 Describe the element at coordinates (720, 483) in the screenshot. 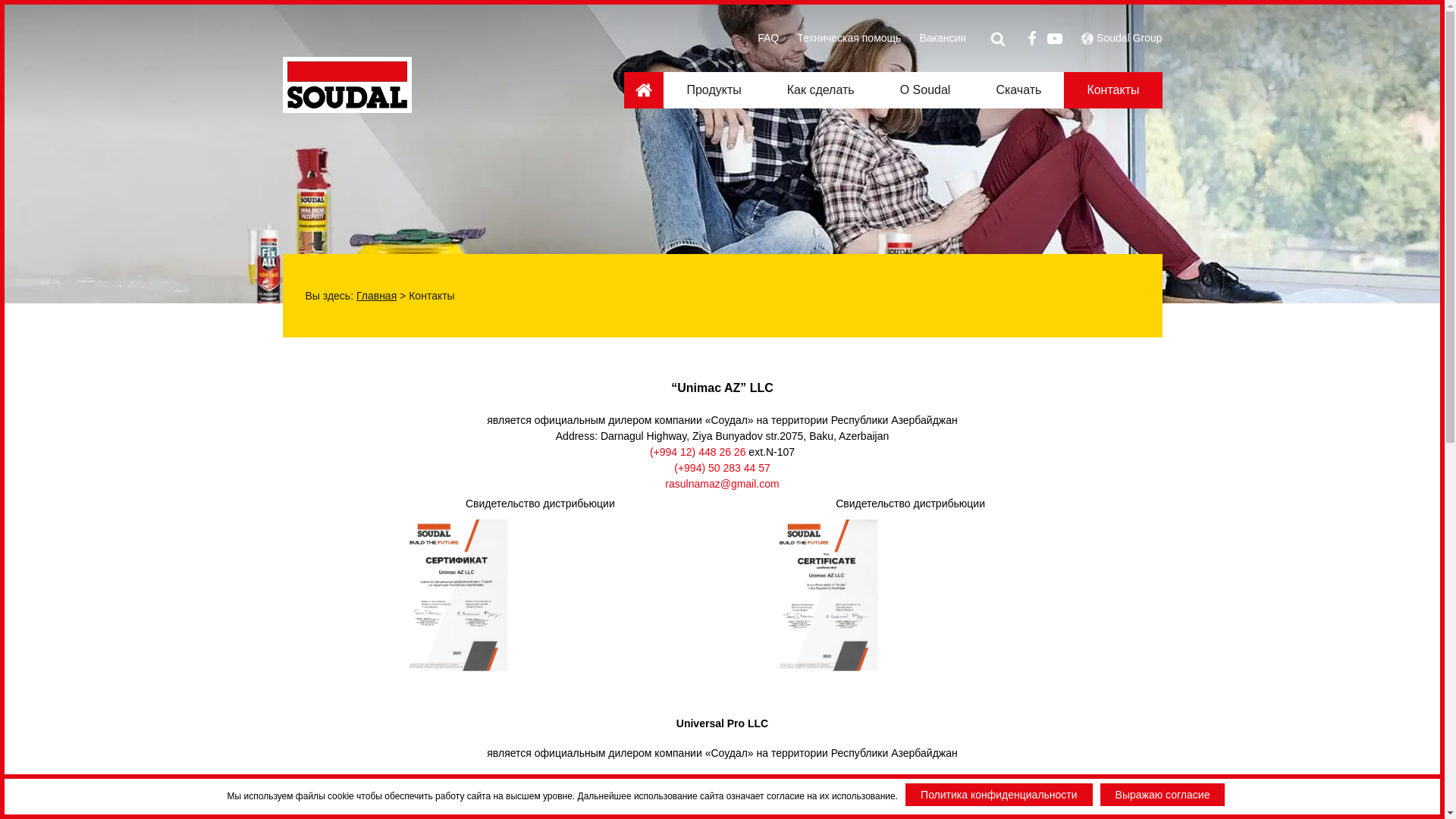

I see `'rasulnamaz@gmail.com'` at that location.